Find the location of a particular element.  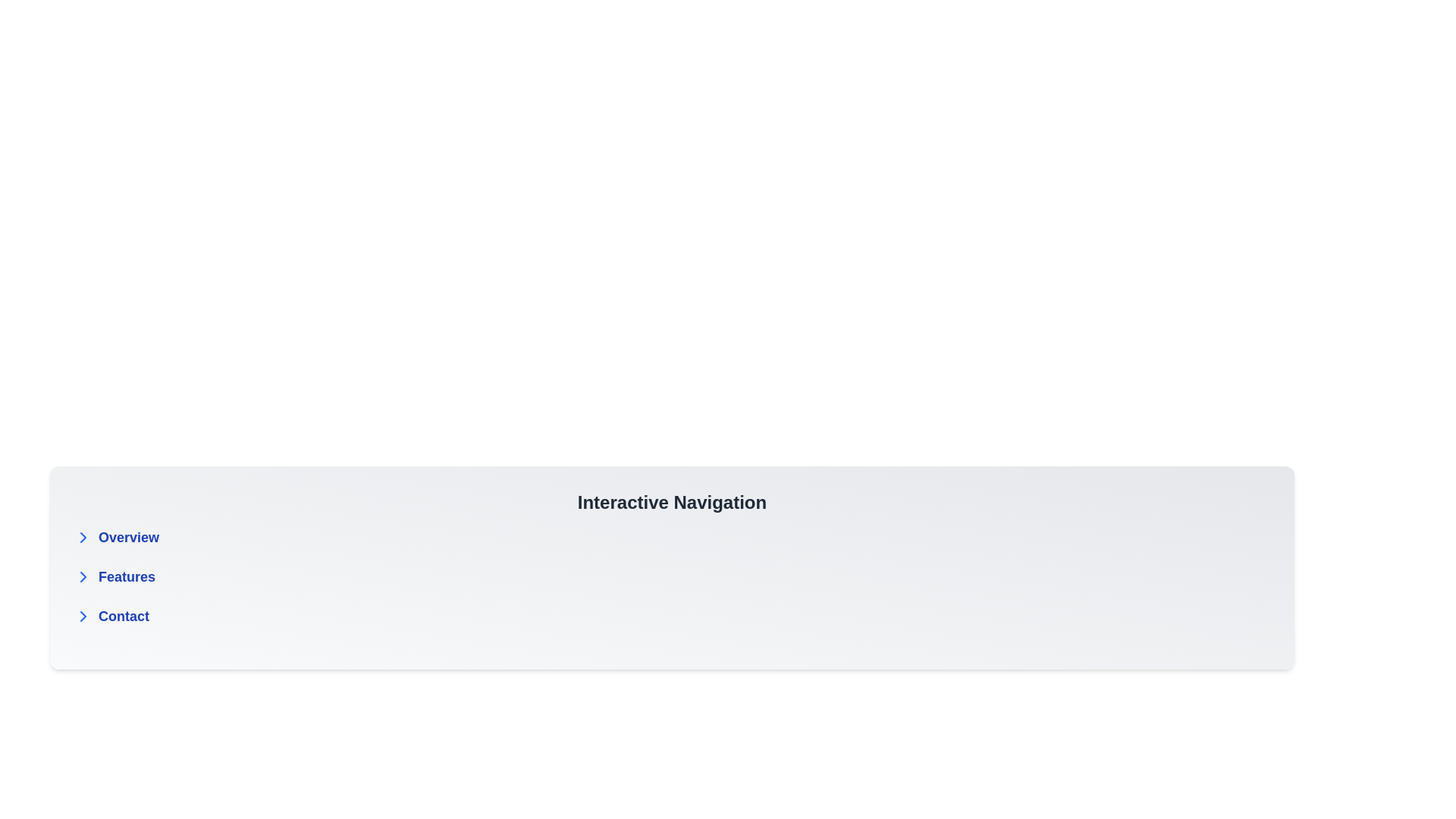

the right-pointing chevron icon located to the left of the 'Overview' text is located at coordinates (83, 537).